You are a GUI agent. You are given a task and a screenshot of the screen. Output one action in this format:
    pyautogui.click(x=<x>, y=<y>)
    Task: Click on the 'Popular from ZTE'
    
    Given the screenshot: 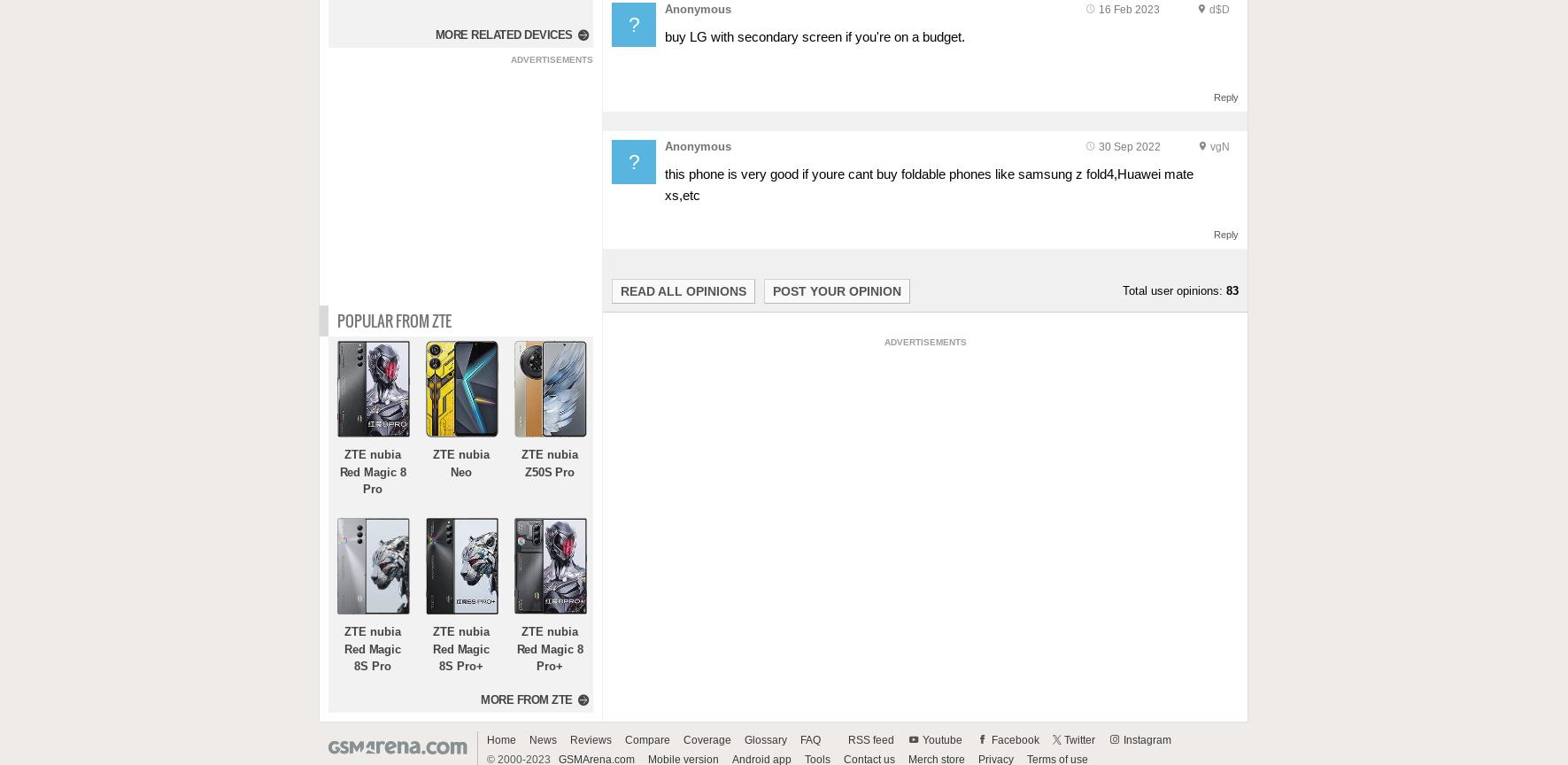 What is the action you would take?
    pyautogui.click(x=394, y=319)
    